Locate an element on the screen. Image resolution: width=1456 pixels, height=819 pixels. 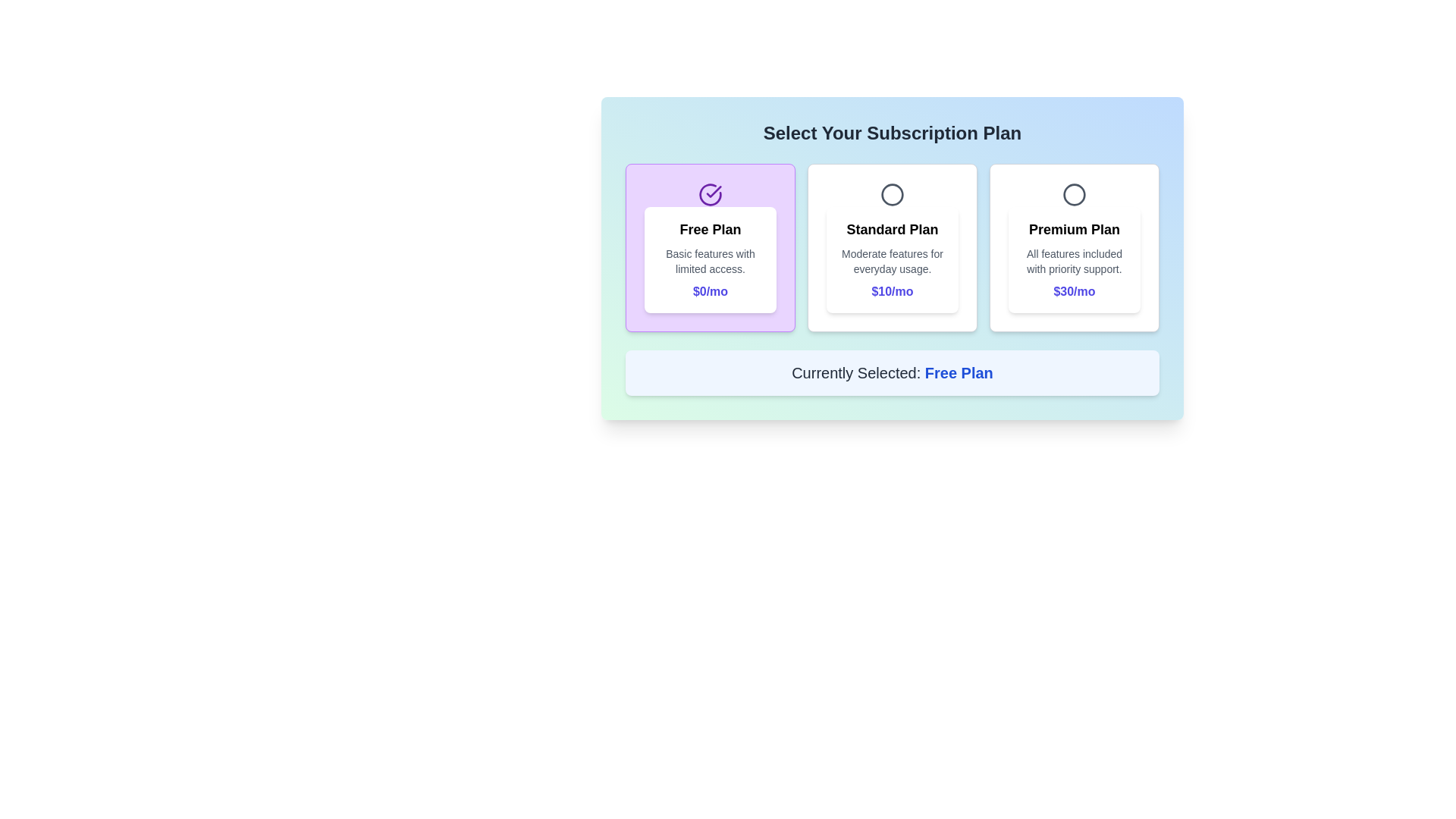
the text label saying 'Moderate features for everyday usage.' which is centered within the 'Standard Plan' card is located at coordinates (892, 260).